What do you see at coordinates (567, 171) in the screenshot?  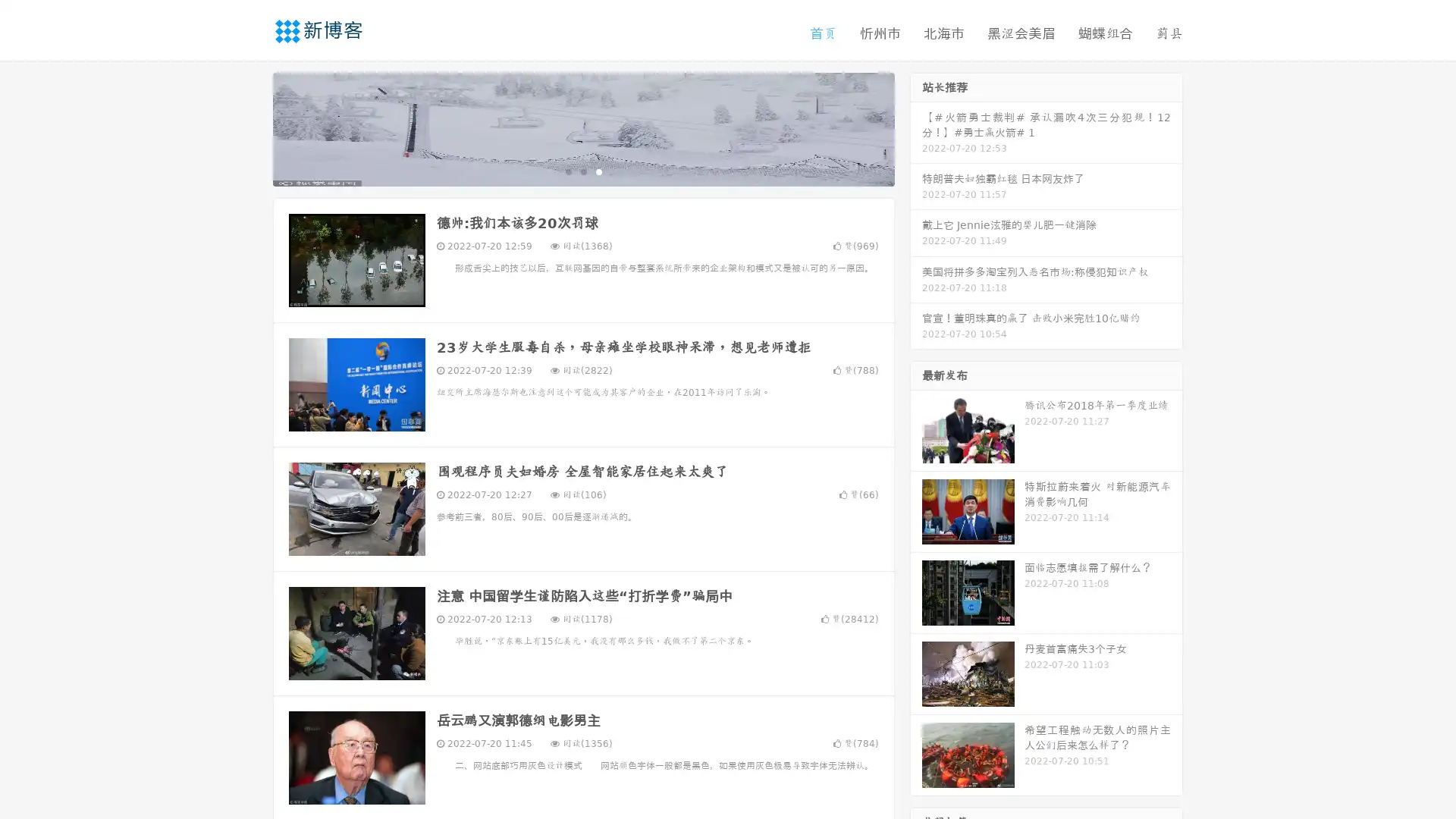 I see `Go to slide 1` at bounding box center [567, 171].